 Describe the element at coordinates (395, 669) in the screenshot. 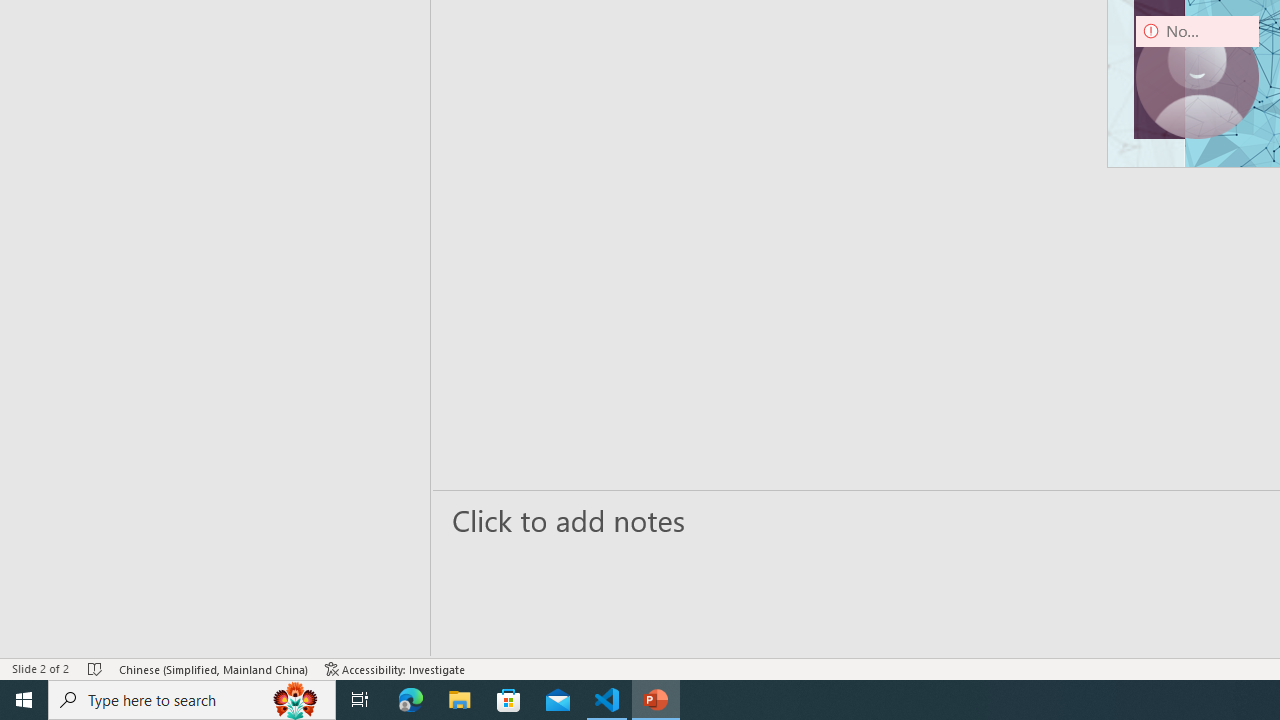

I see `'Accessibility Checker Accessibility: Investigate'` at that location.